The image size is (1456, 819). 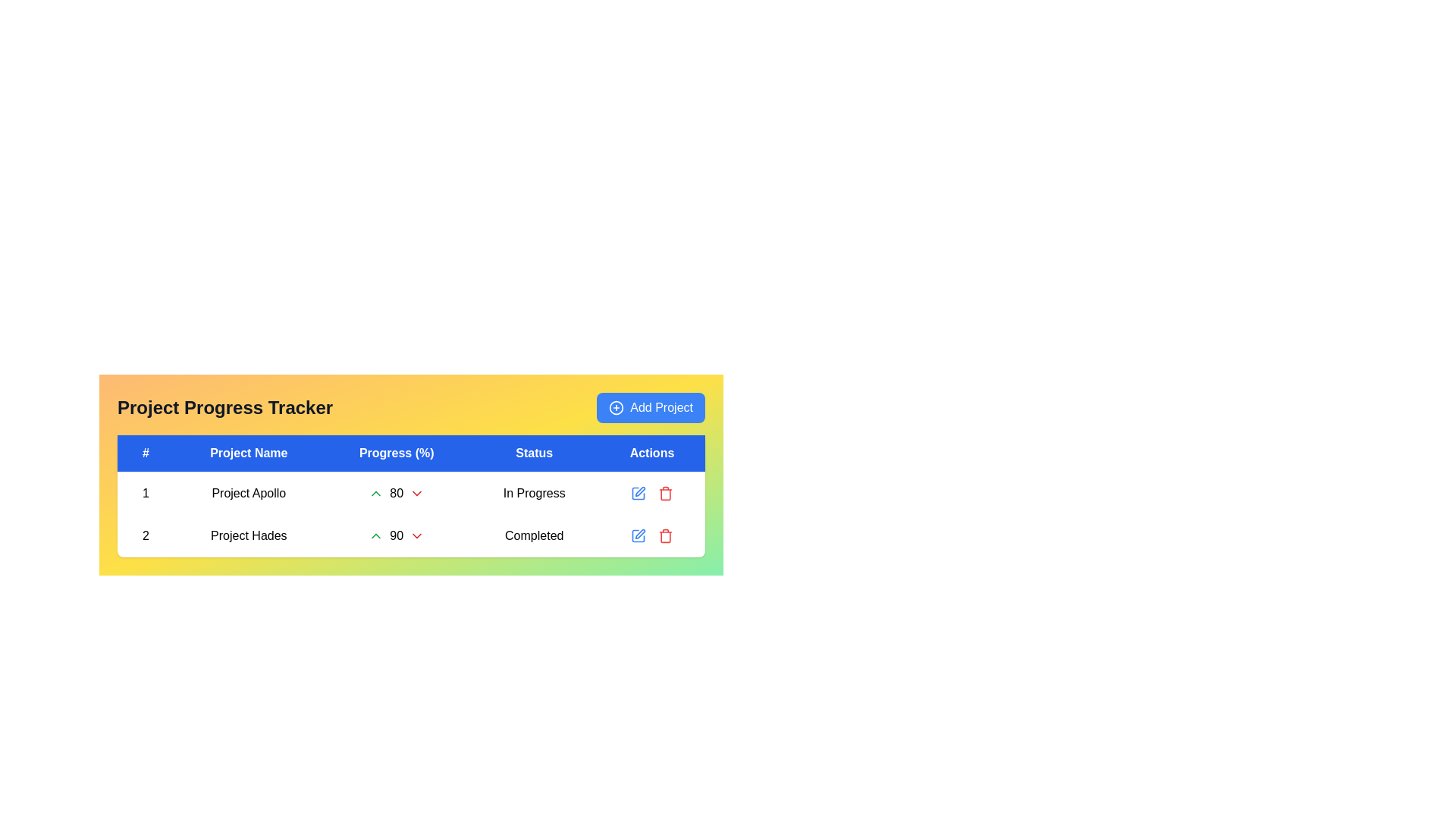 I want to click on the static numerical display showing the current progress percentage, located in the second row of the data table under the 'Progress (%)' column, so click(x=397, y=494).